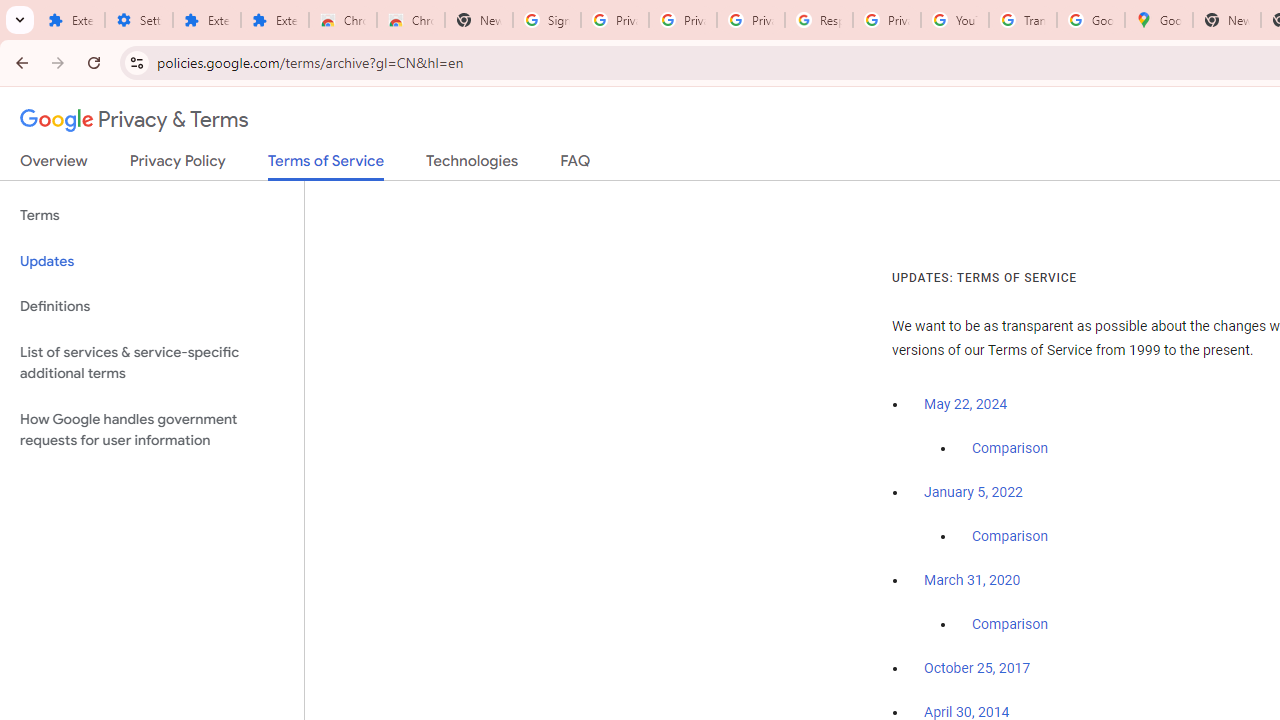 The height and width of the screenshot is (720, 1280). I want to click on 'January 5, 2022', so click(973, 492).